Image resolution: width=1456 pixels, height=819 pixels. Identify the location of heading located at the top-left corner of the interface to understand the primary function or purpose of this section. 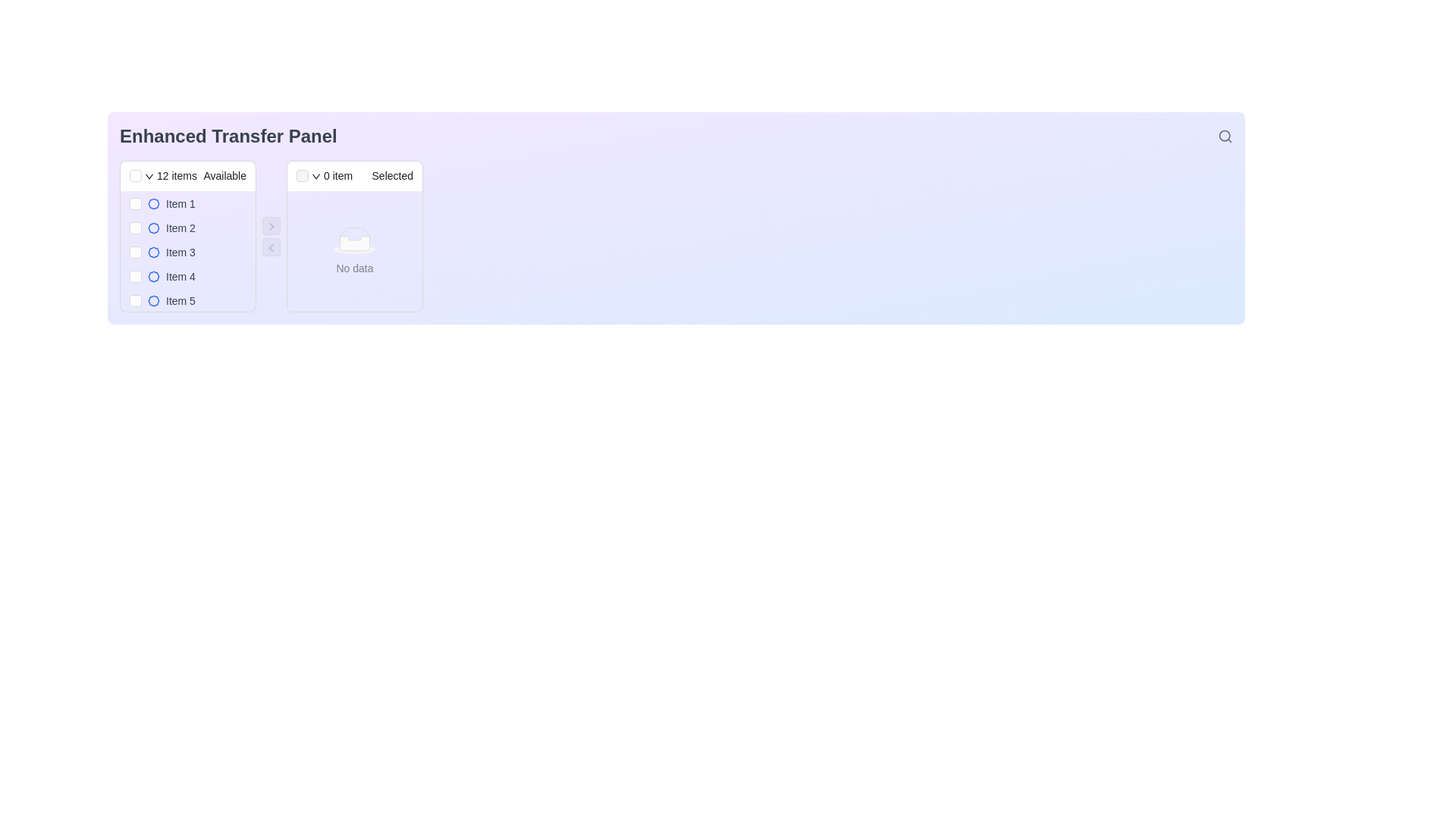
(227, 136).